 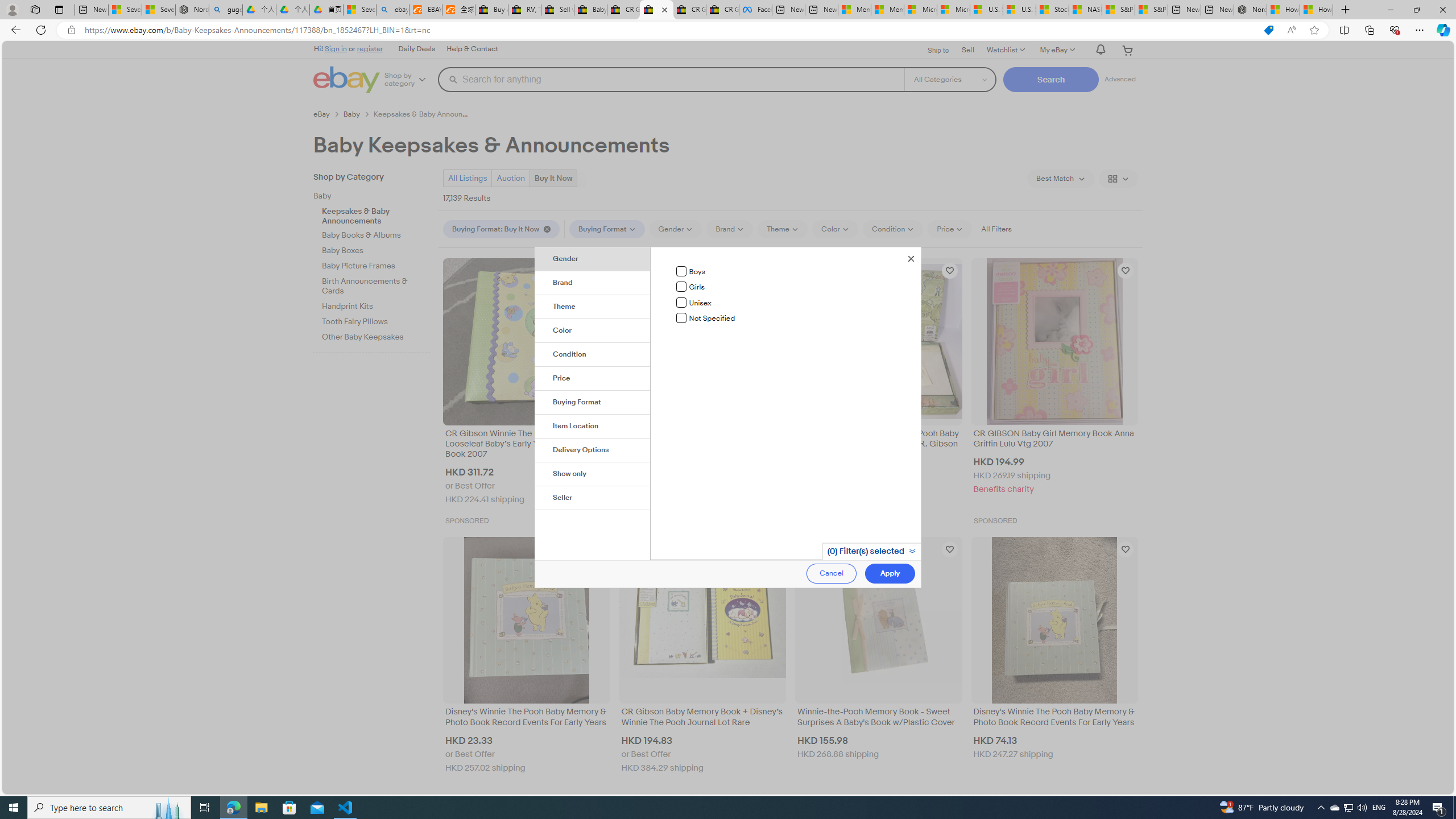 I want to click on 'Close tab', so click(x=664, y=9).